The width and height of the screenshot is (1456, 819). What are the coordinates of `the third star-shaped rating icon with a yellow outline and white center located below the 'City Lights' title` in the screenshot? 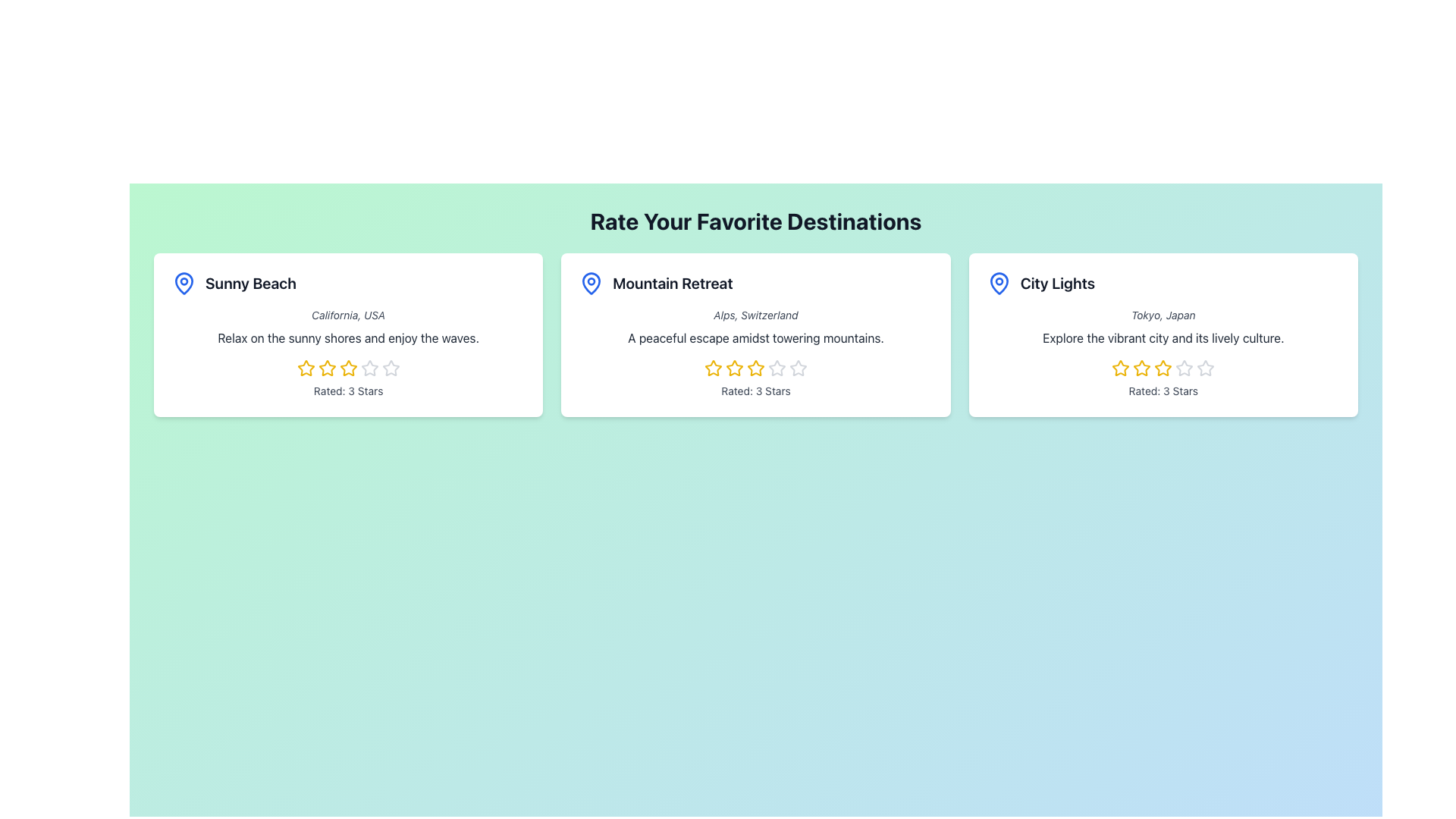 It's located at (1163, 368).